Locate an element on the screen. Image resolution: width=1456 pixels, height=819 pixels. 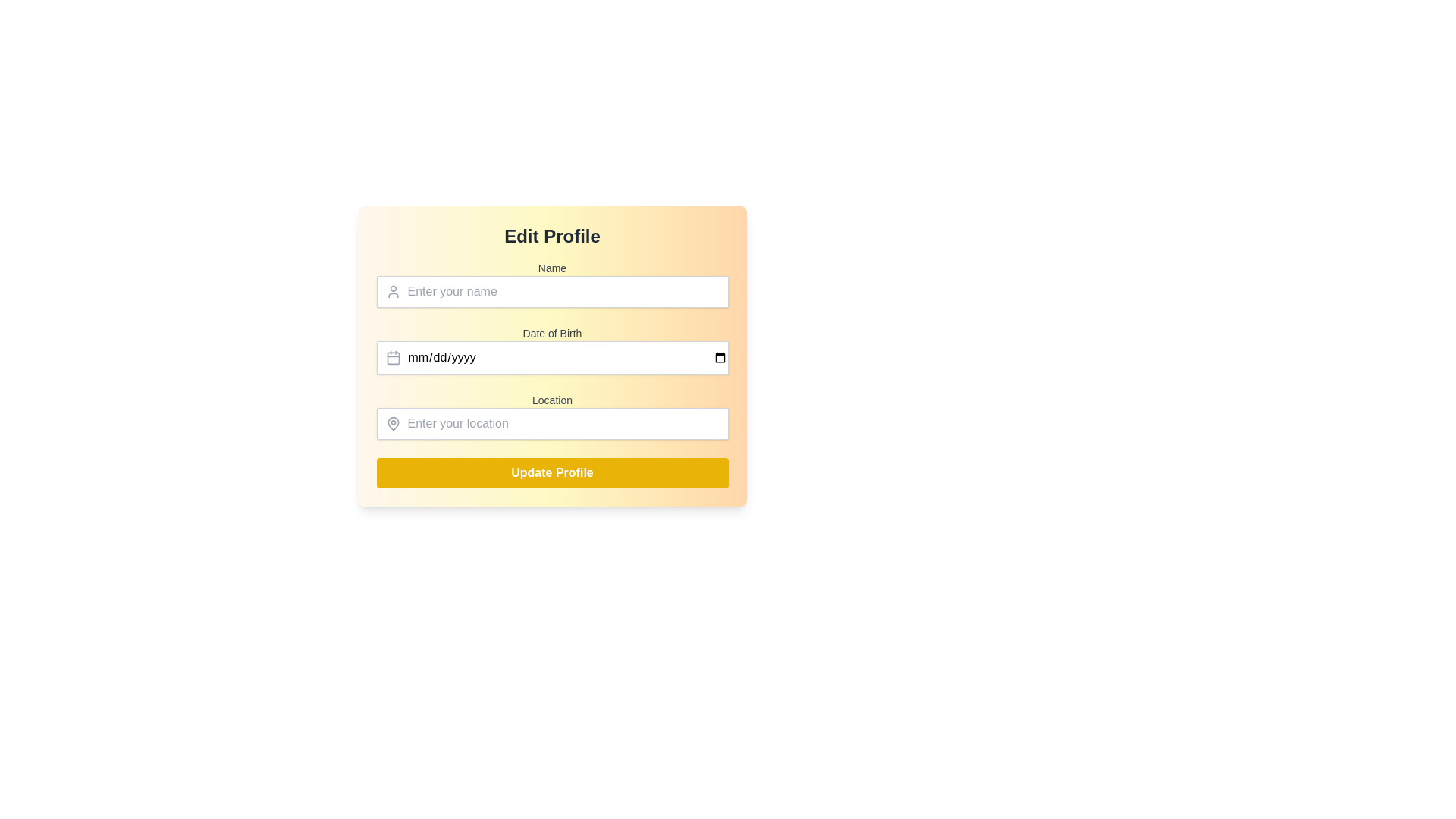
the text label displaying 'Name', which is located at the top of the profile editing form, above the name input field is located at coordinates (551, 268).